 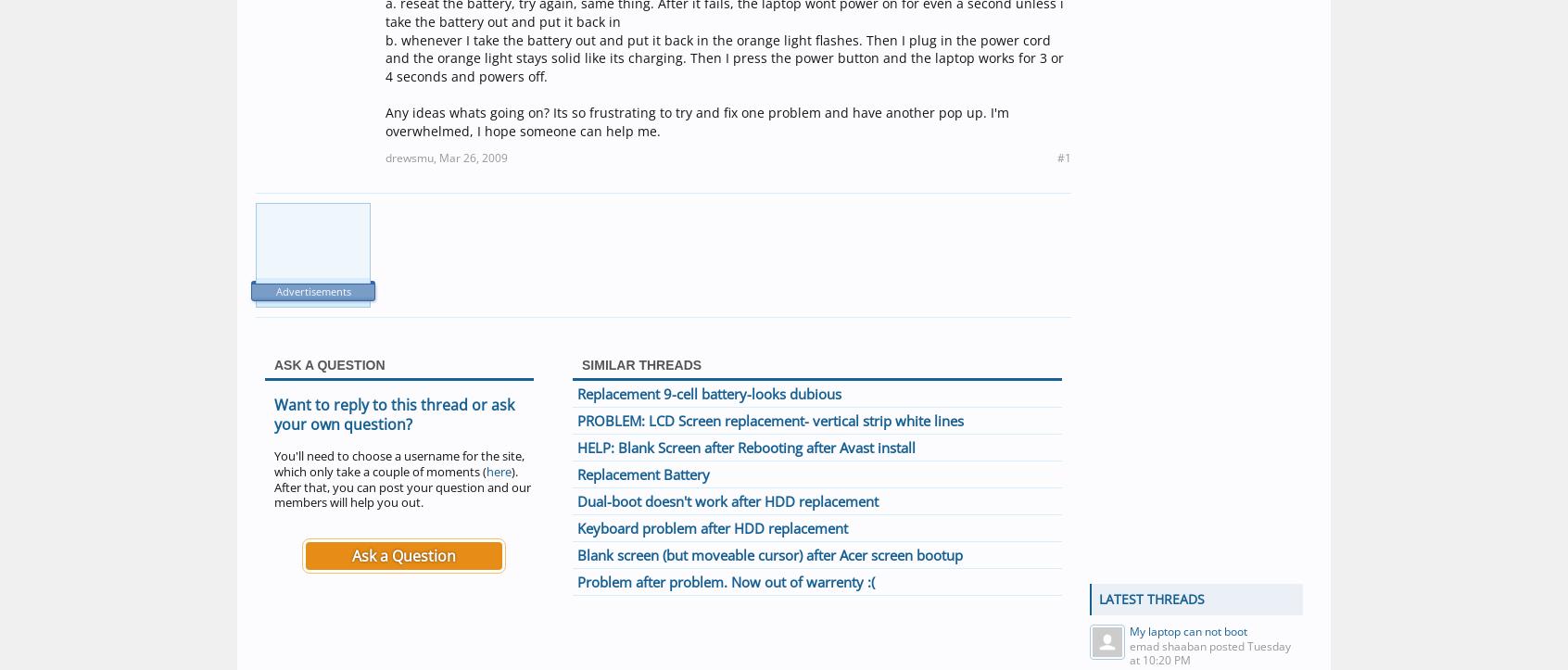 I want to click on 'Similar Threads', so click(x=641, y=363).